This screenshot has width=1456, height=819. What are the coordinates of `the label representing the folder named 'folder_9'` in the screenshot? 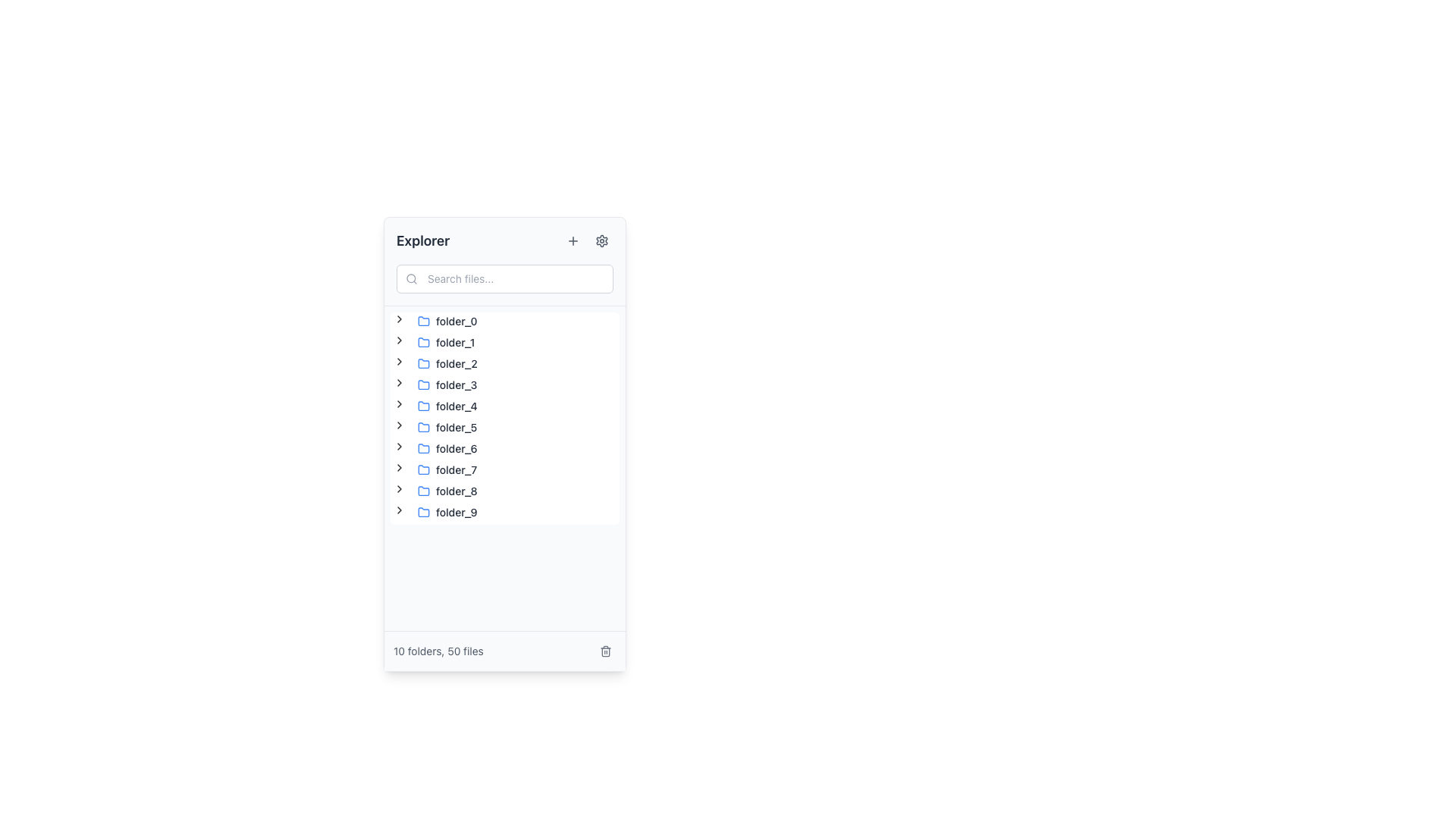 It's located at (456, 512).